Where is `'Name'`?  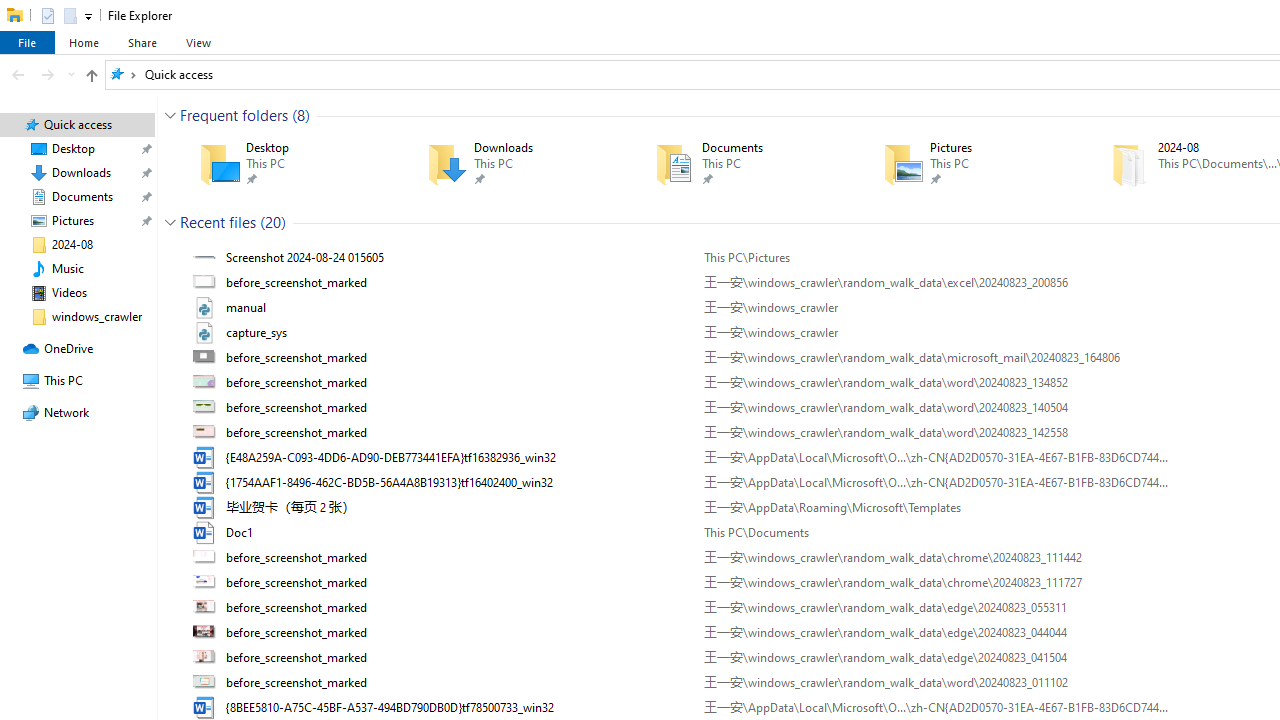
'Name' is located at coordinates (457, 682).